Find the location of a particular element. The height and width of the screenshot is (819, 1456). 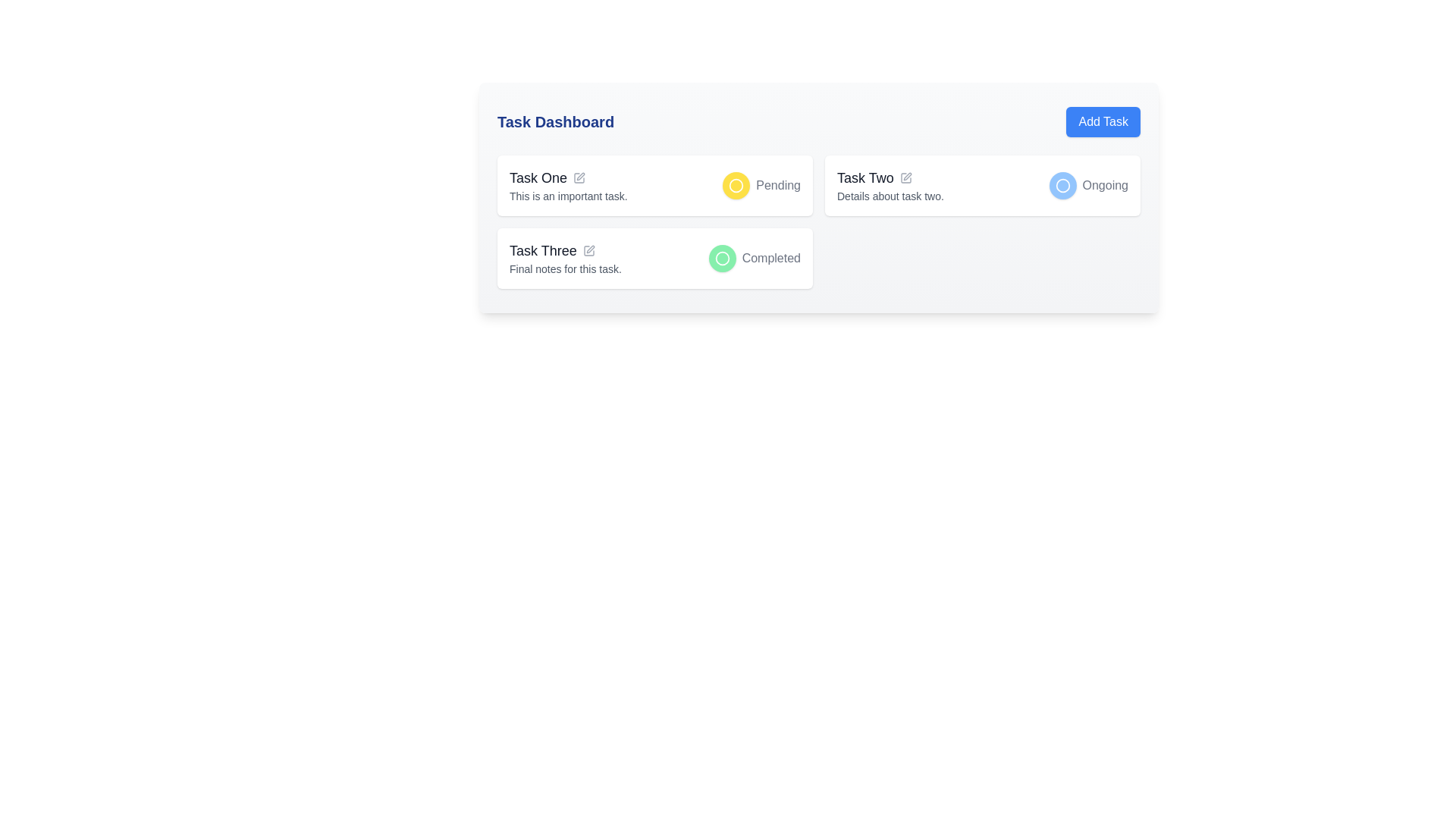

the Status Indicator that visually indicates a 'completed' status, located to the left of the 'Completed' label in the 'Task Three' card is located at coordinates (721, 257).